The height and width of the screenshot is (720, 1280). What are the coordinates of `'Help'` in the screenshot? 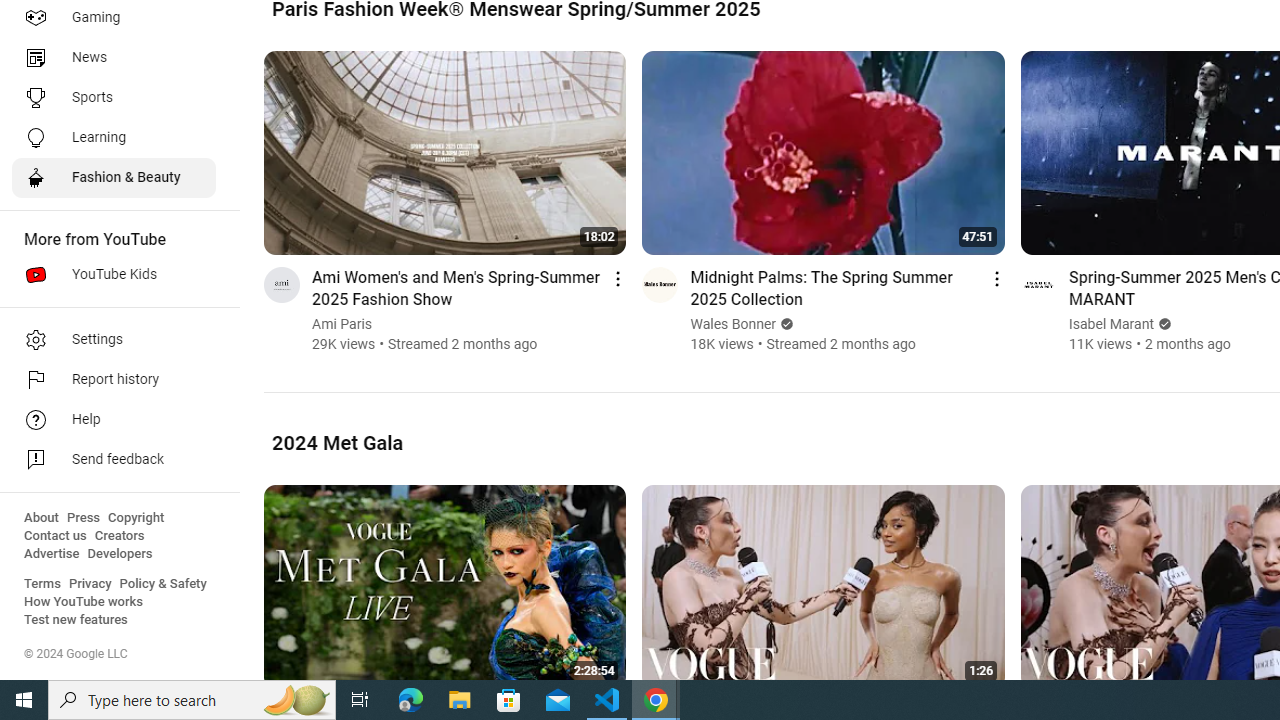 It's located at (112, 419).